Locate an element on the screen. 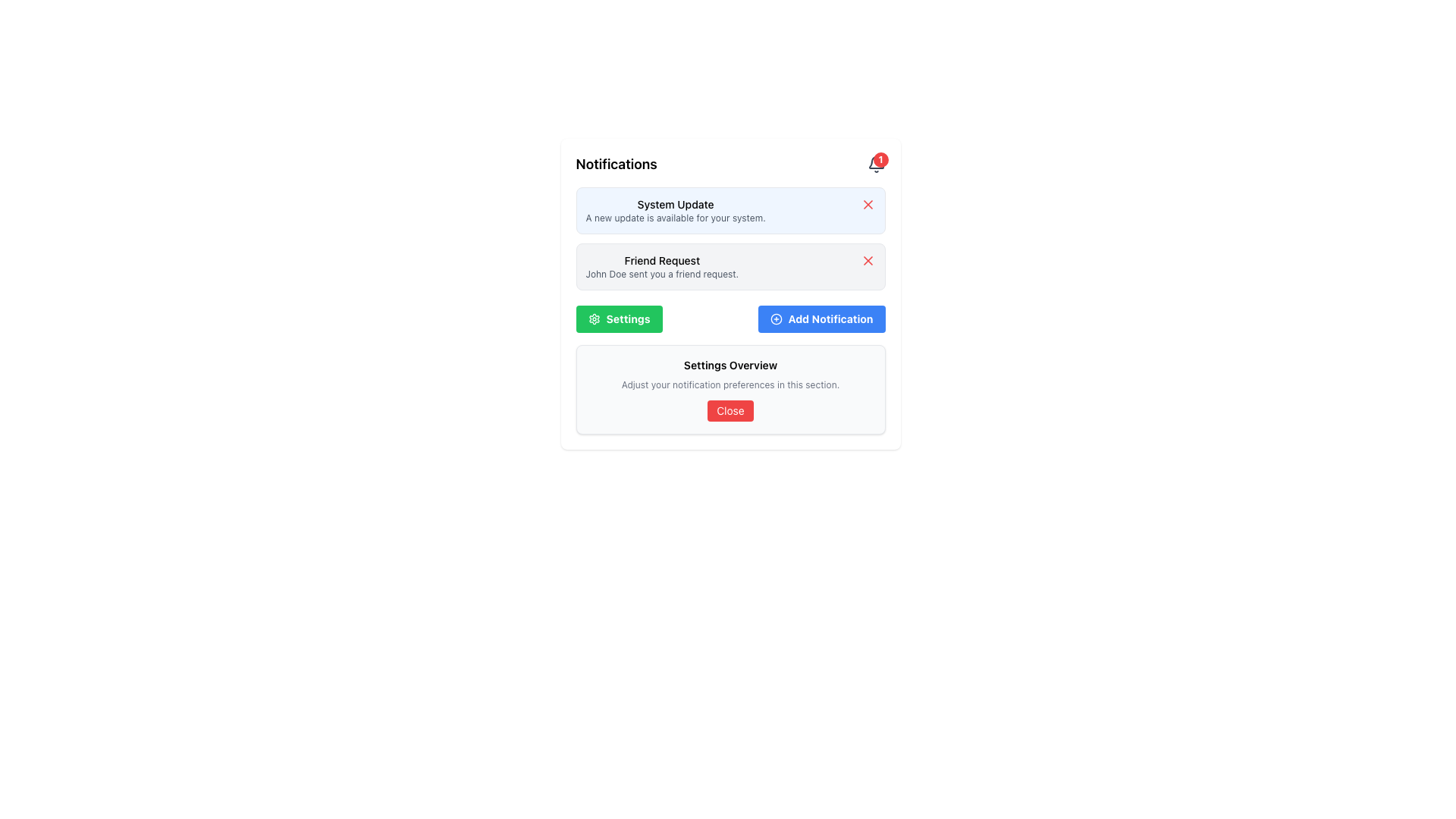 This screenshot has height=819, width=1456. text from the Text Label located at the top-left corner of the notifications section, which serves as a header indicating the purpose of the associated section is located at coordinates (617, 164).